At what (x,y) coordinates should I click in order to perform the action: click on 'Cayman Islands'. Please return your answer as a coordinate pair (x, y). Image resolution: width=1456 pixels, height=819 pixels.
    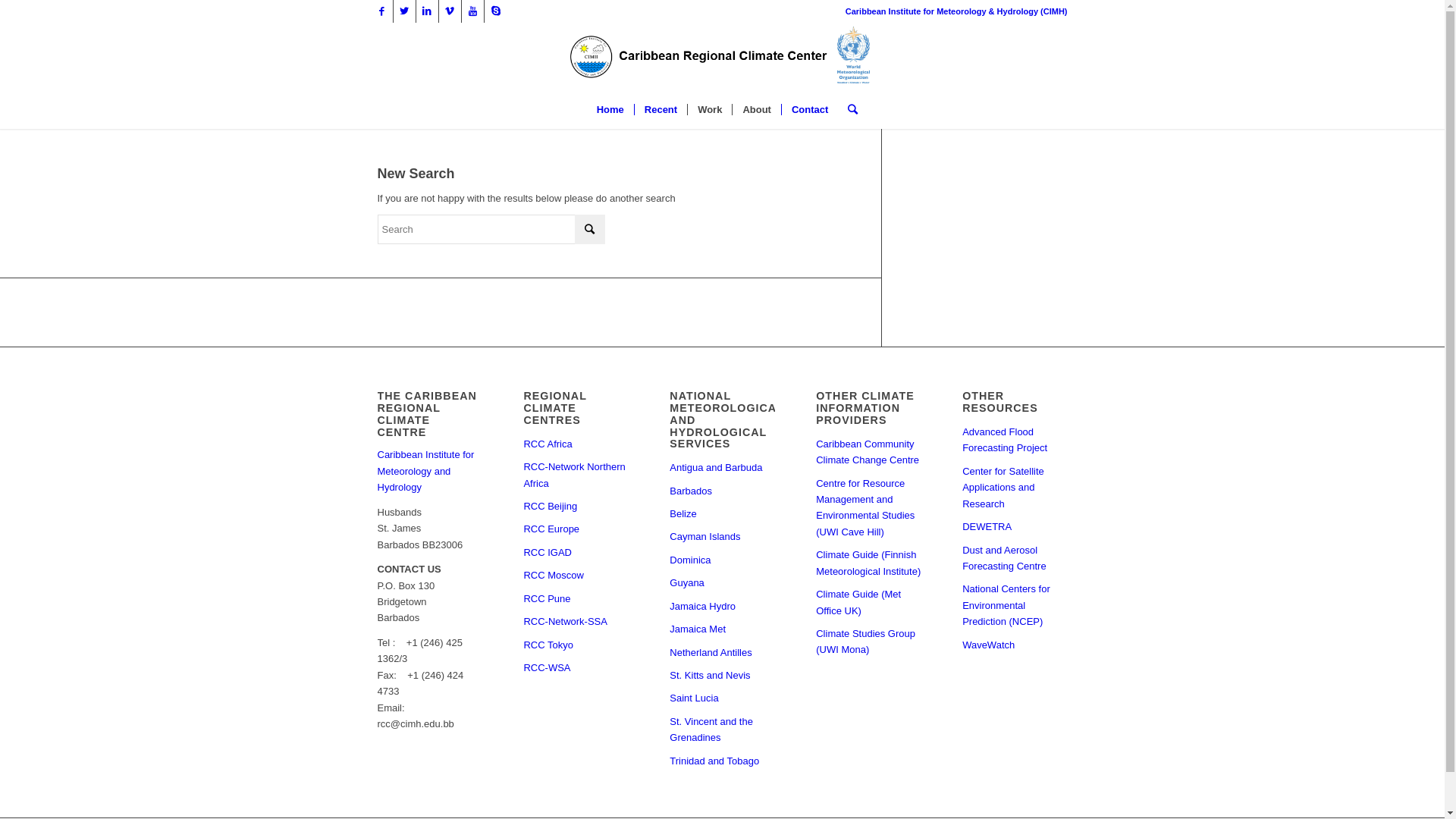
    Looking at the image, I should click on (720, 536).